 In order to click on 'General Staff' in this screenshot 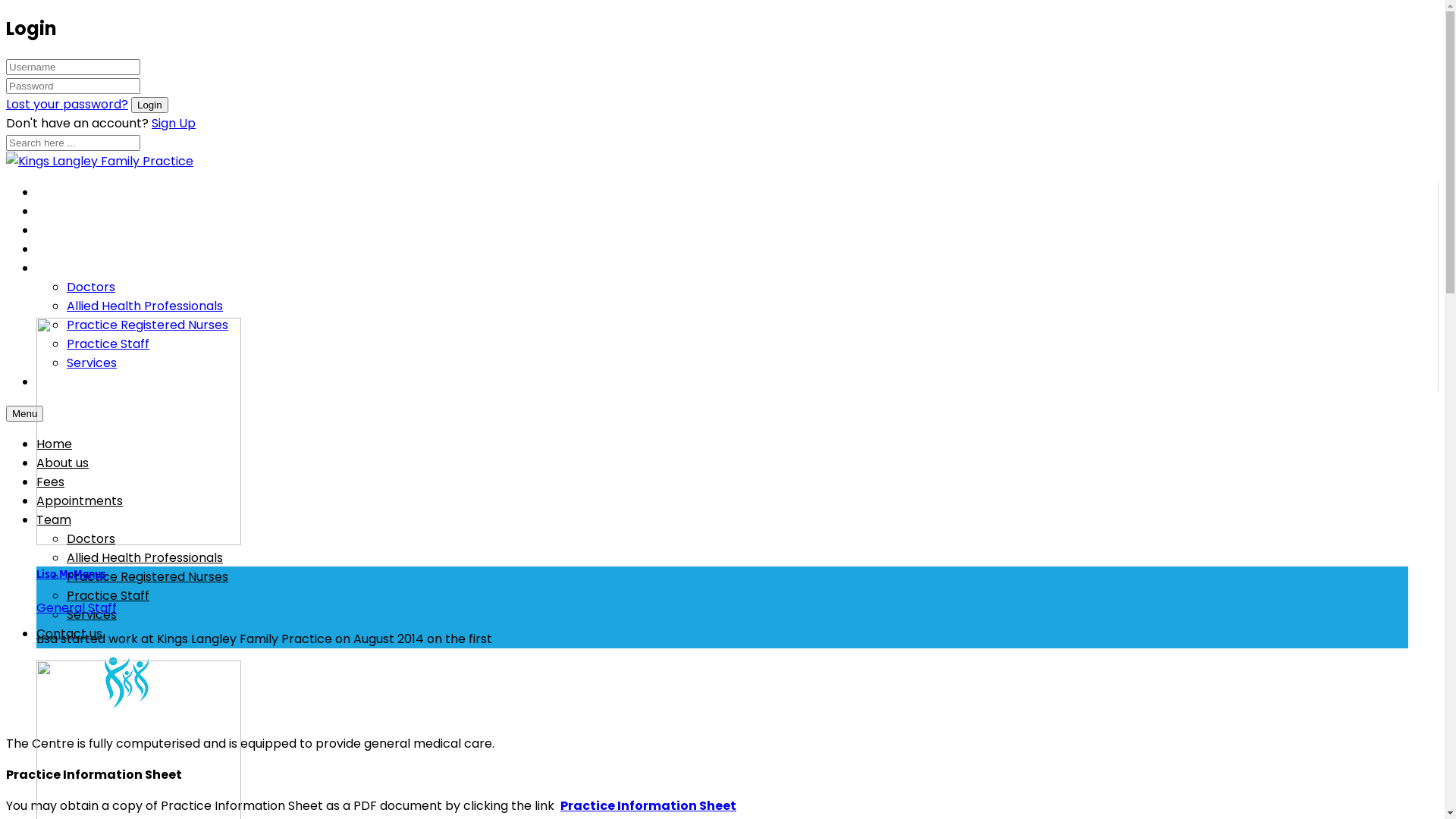, I will do `click(75, 607)`.